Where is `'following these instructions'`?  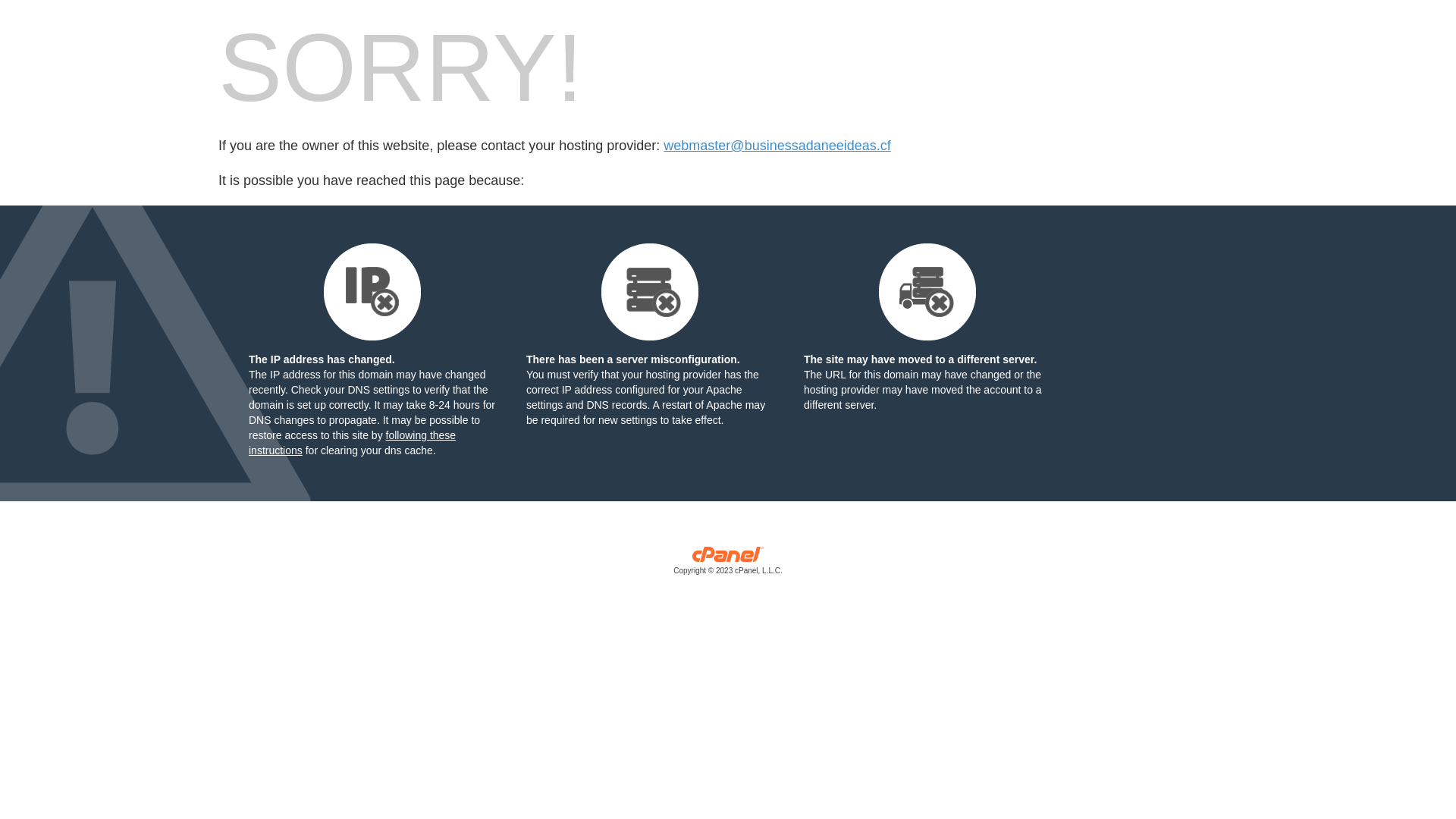 'following these instructions' is located at coordinates (351, 442).